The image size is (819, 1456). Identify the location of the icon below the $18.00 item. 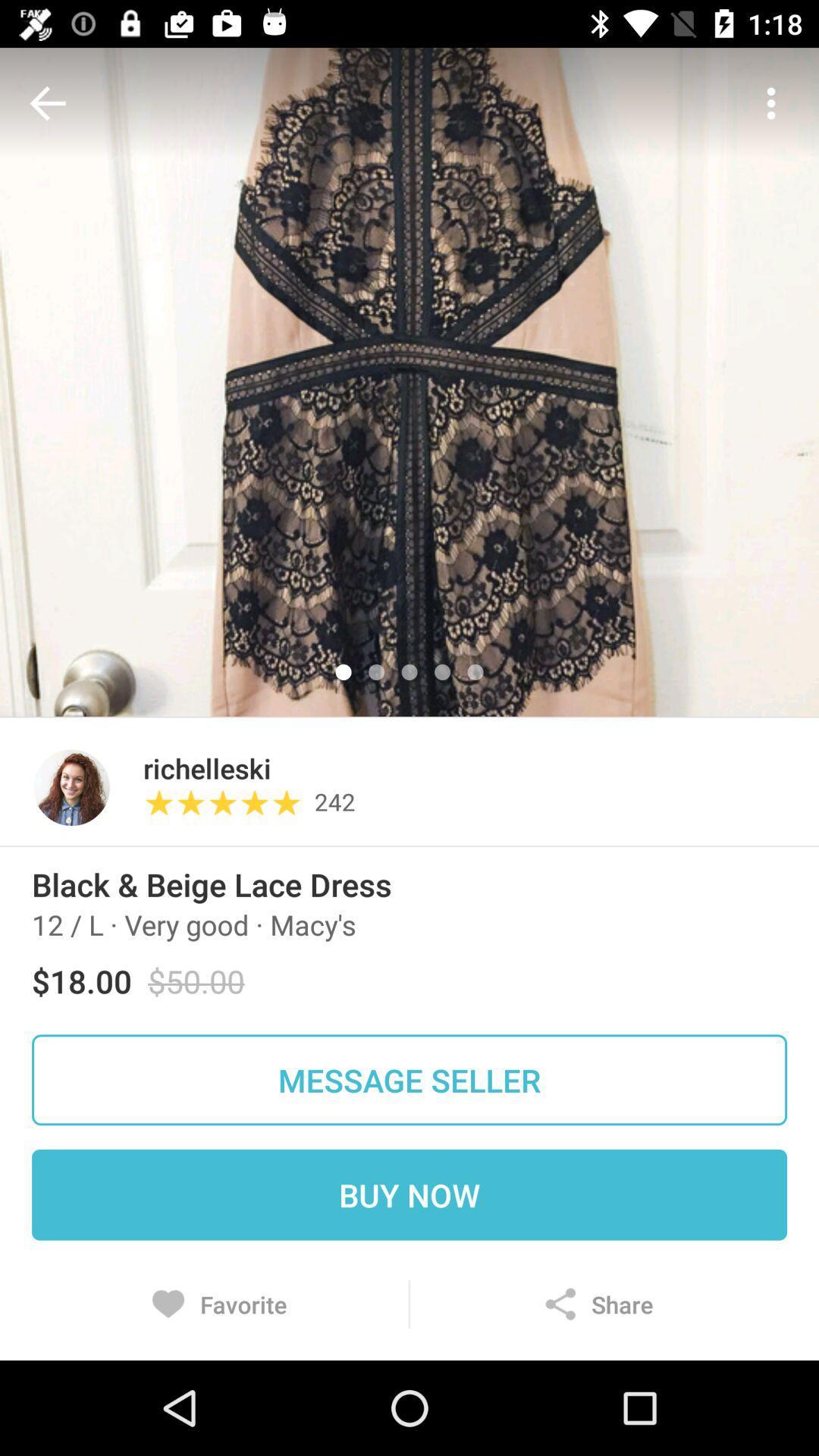
(409, 1079).